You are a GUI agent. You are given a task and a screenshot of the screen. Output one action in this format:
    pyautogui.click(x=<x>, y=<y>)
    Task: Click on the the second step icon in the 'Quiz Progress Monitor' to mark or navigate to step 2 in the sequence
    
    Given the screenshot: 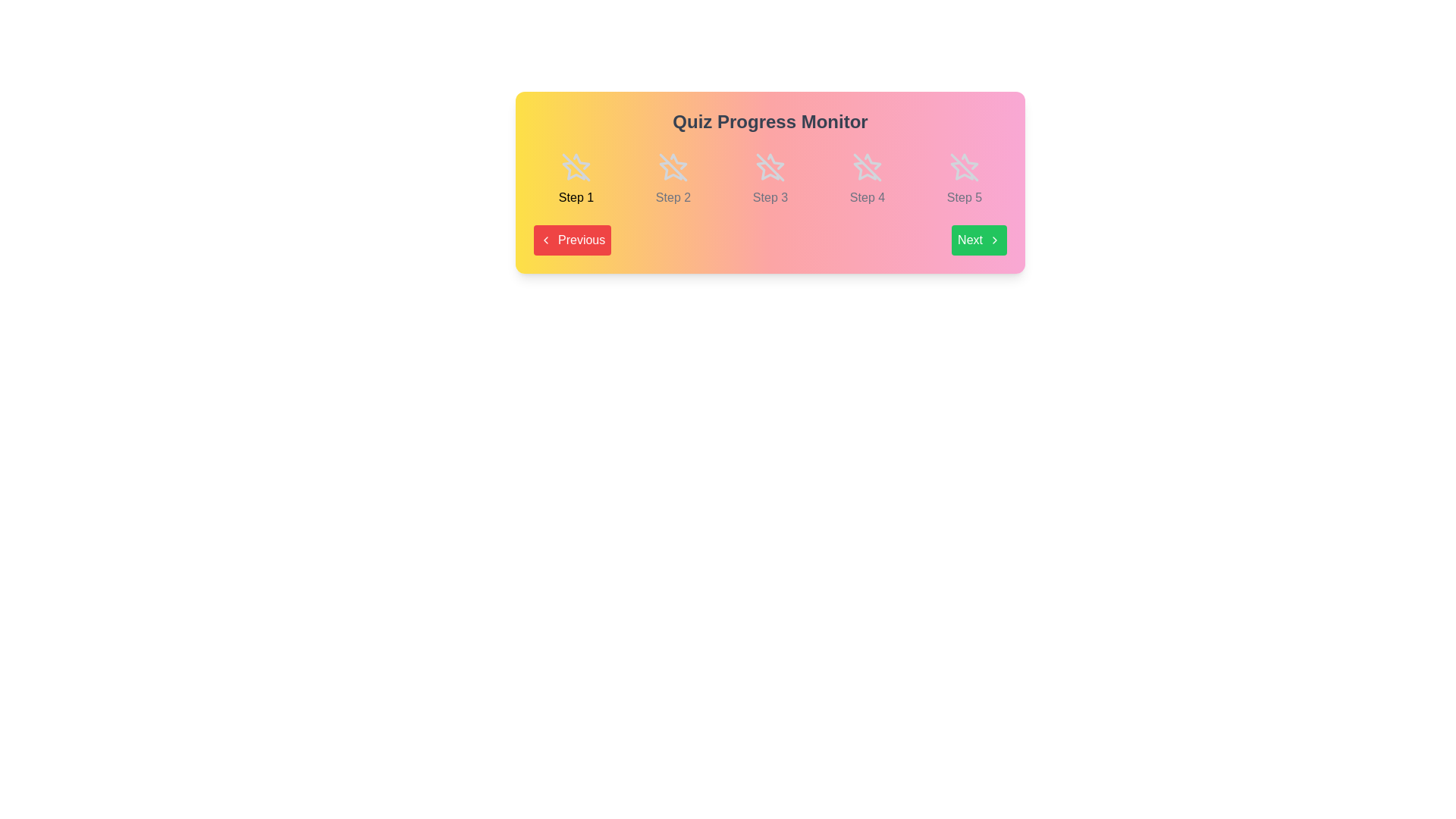 What is the action you would take?
    pyautogui.click(x=673, y=167)
    